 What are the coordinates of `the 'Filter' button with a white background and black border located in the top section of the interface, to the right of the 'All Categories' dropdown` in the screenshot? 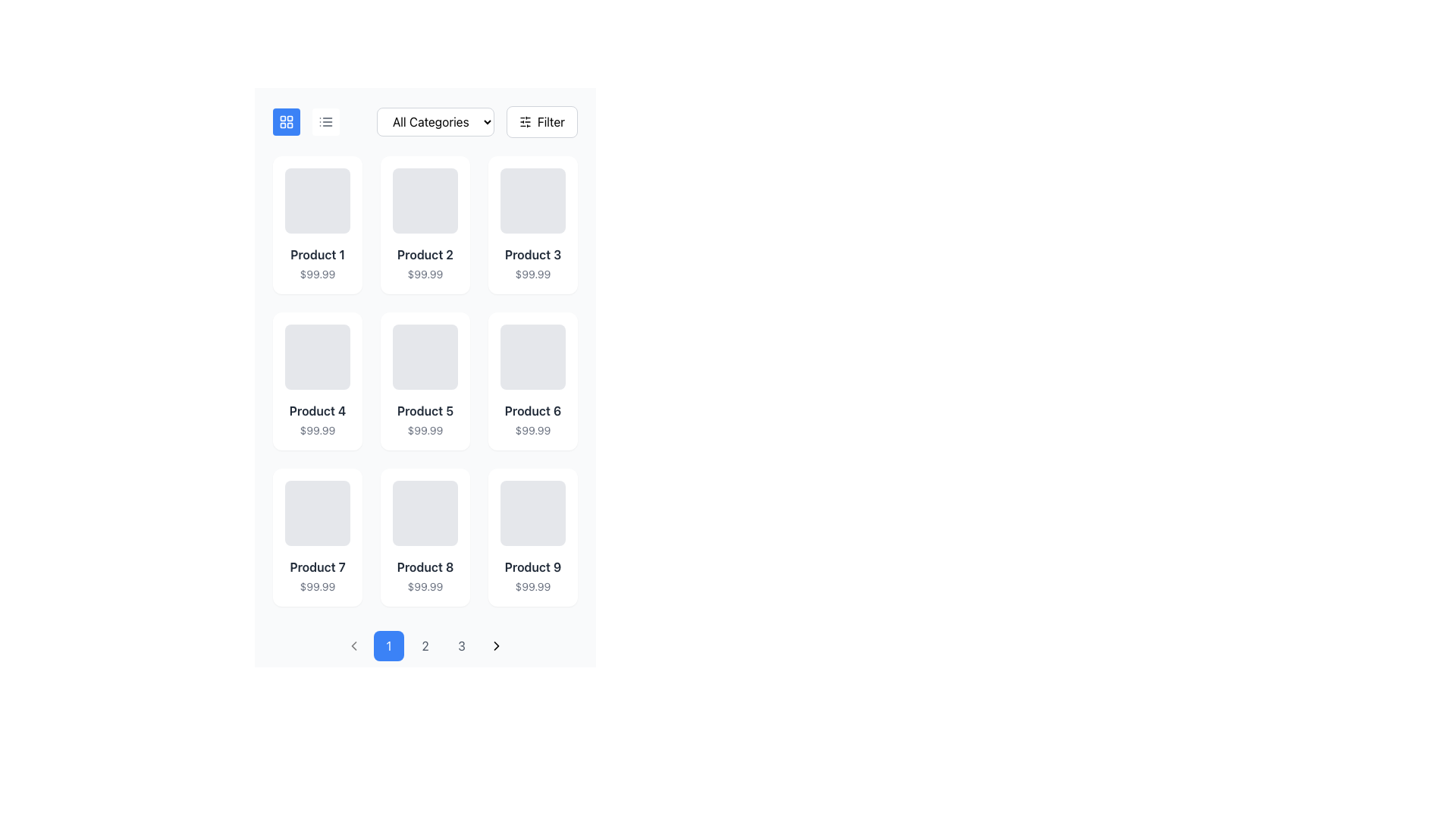 It's located at (541, 121).